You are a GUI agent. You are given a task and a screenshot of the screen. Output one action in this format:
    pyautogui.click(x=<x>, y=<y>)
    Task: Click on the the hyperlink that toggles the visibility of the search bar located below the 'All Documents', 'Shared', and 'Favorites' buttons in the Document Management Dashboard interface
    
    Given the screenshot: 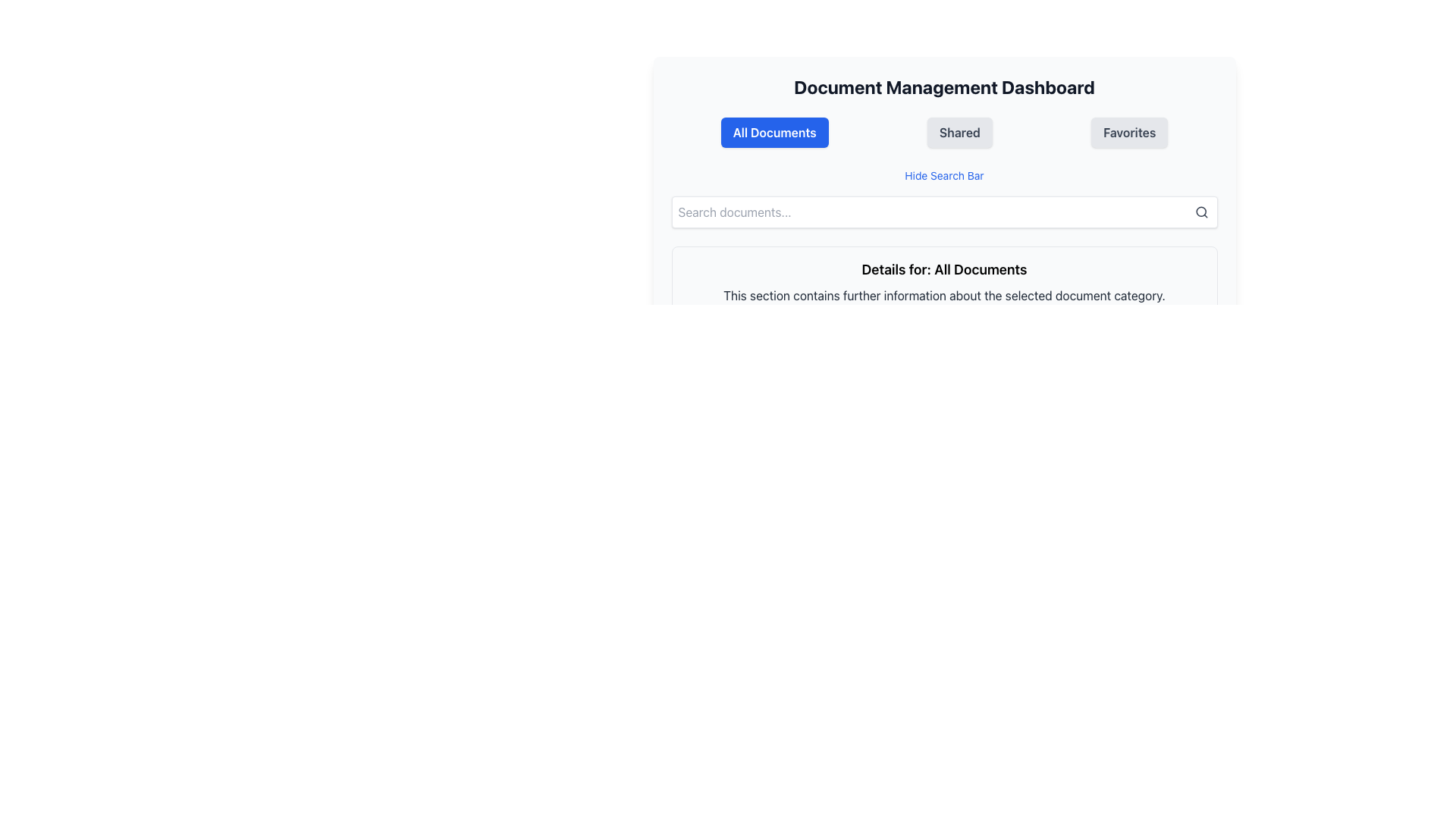 What is the action you would take?
    pyautogui.click(x=943, y=174)
    